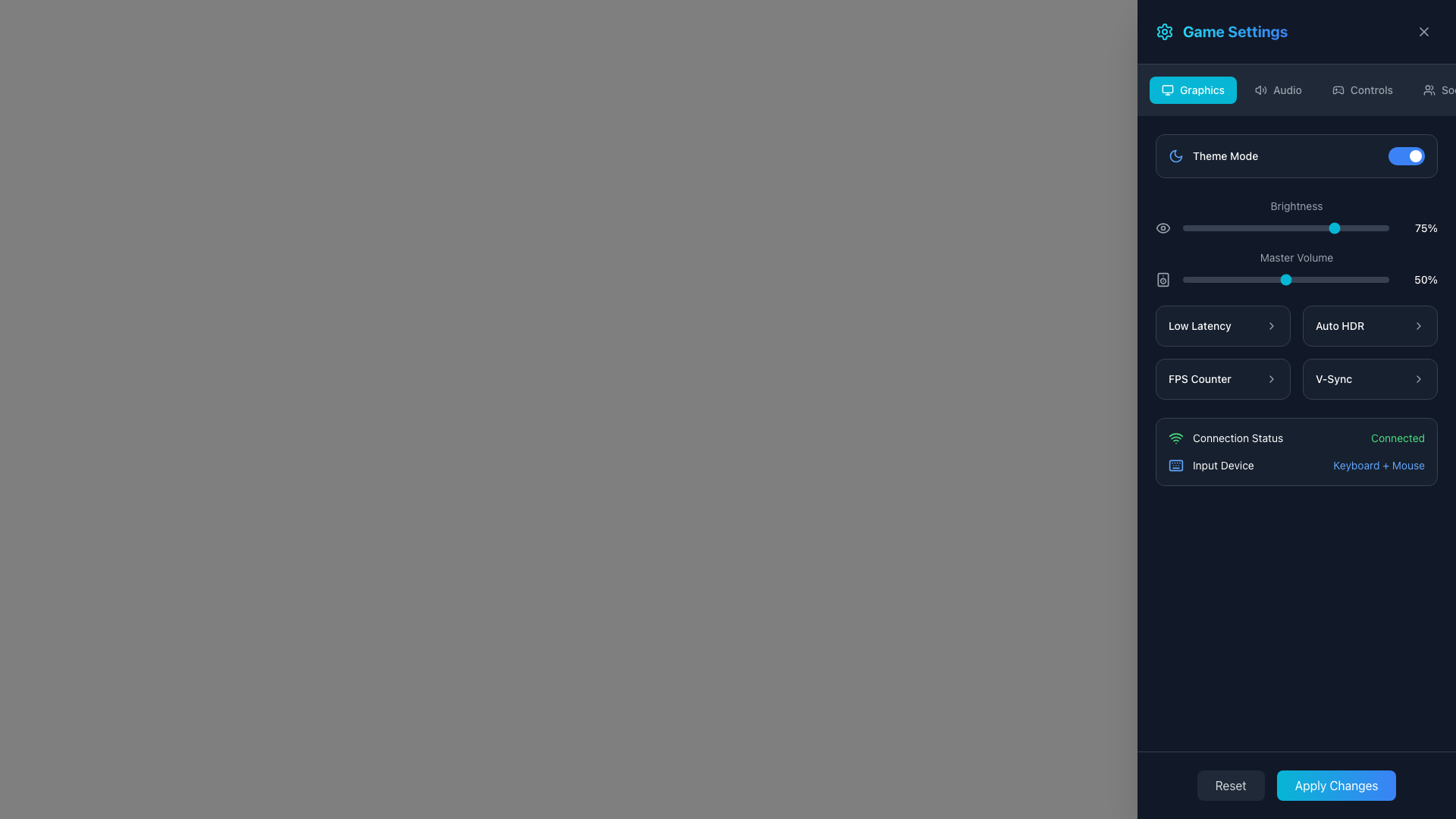 This screenshot has width=1456, height=819. I want to click on the 'V-Sync' button located in the bottom-right cell of the 'Graphics' section in the settings panel to observe its hover effect, so click(1370, 378).